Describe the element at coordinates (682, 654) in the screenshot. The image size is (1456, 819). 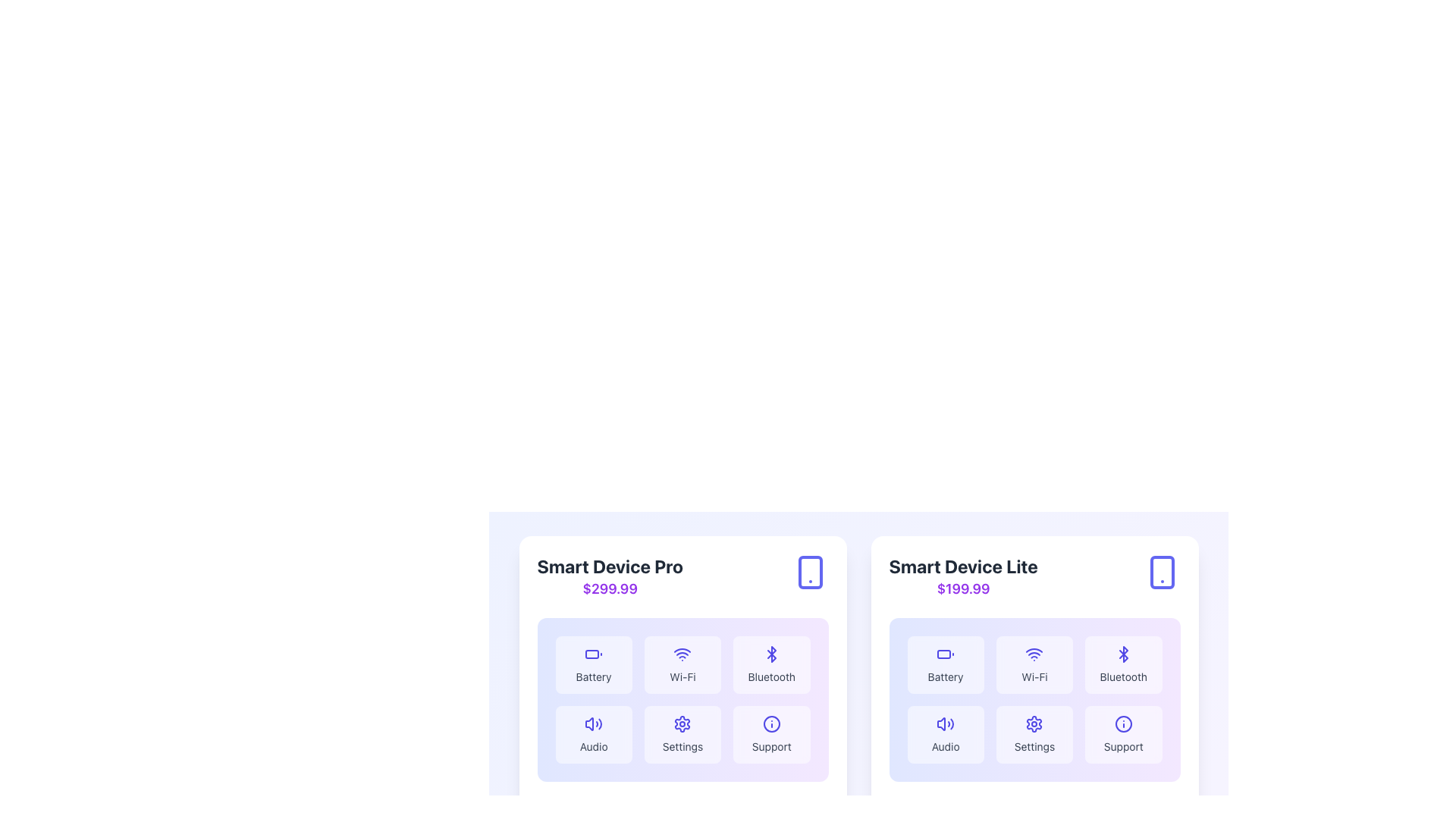
I see `the non-interactive Wi-Fi icon located in the 'Smart Device Pro' card, specifically in the second slot of the second row, above the label 'Wi-Fi'` at that location.